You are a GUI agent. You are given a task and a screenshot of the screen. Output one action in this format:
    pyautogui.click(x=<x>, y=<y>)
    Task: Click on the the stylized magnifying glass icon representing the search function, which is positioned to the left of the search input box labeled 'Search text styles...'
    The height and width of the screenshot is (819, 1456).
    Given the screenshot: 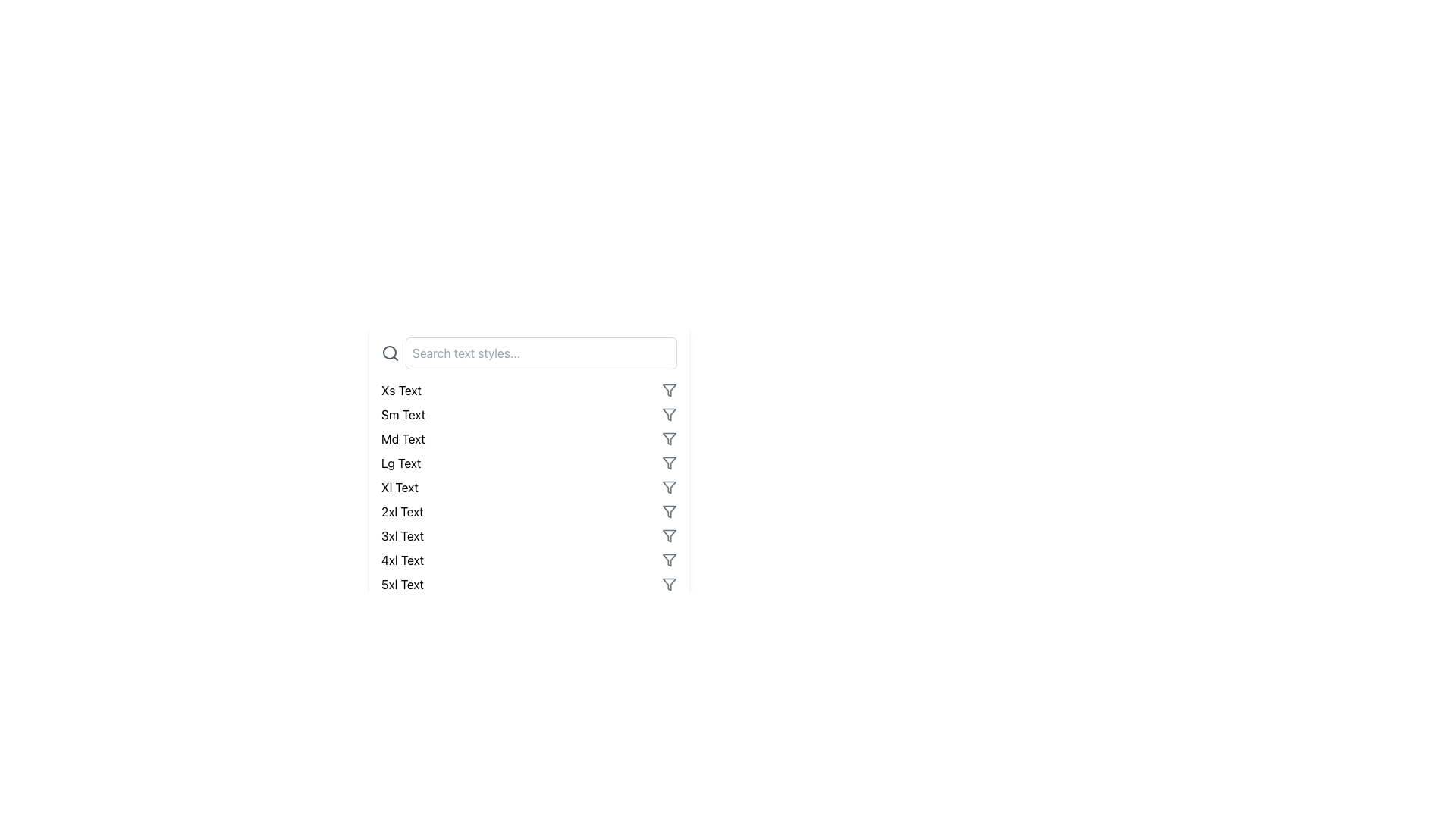 What is the action you would take?
    pyautogui.click(x=390, y=353)
    